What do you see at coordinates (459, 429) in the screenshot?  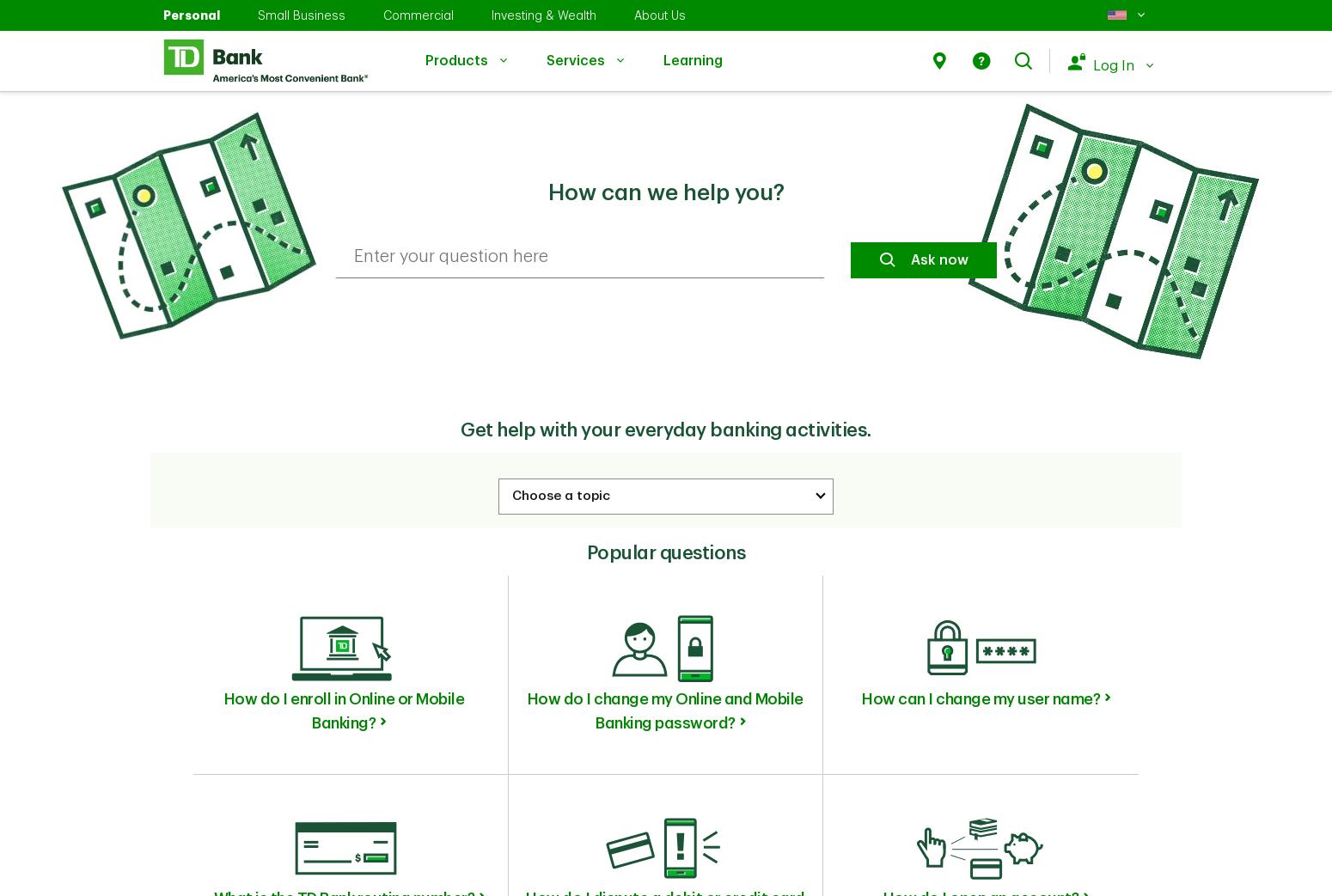 I see `'Get help with your everyday banking activities.'` at bounding box center [459, 429].